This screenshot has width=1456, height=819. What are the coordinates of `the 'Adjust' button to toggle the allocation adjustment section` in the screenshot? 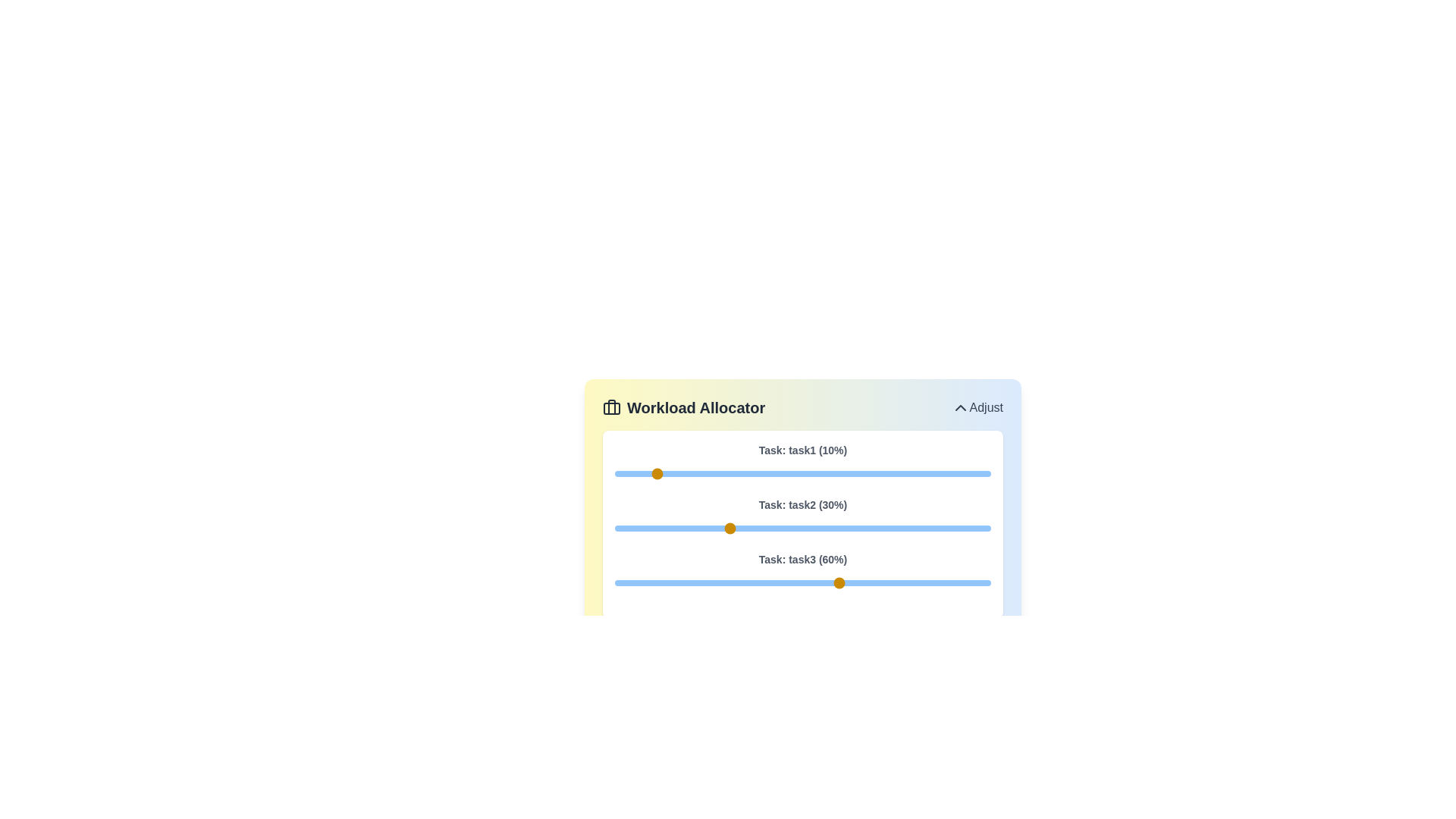 It's located at (977, 406).